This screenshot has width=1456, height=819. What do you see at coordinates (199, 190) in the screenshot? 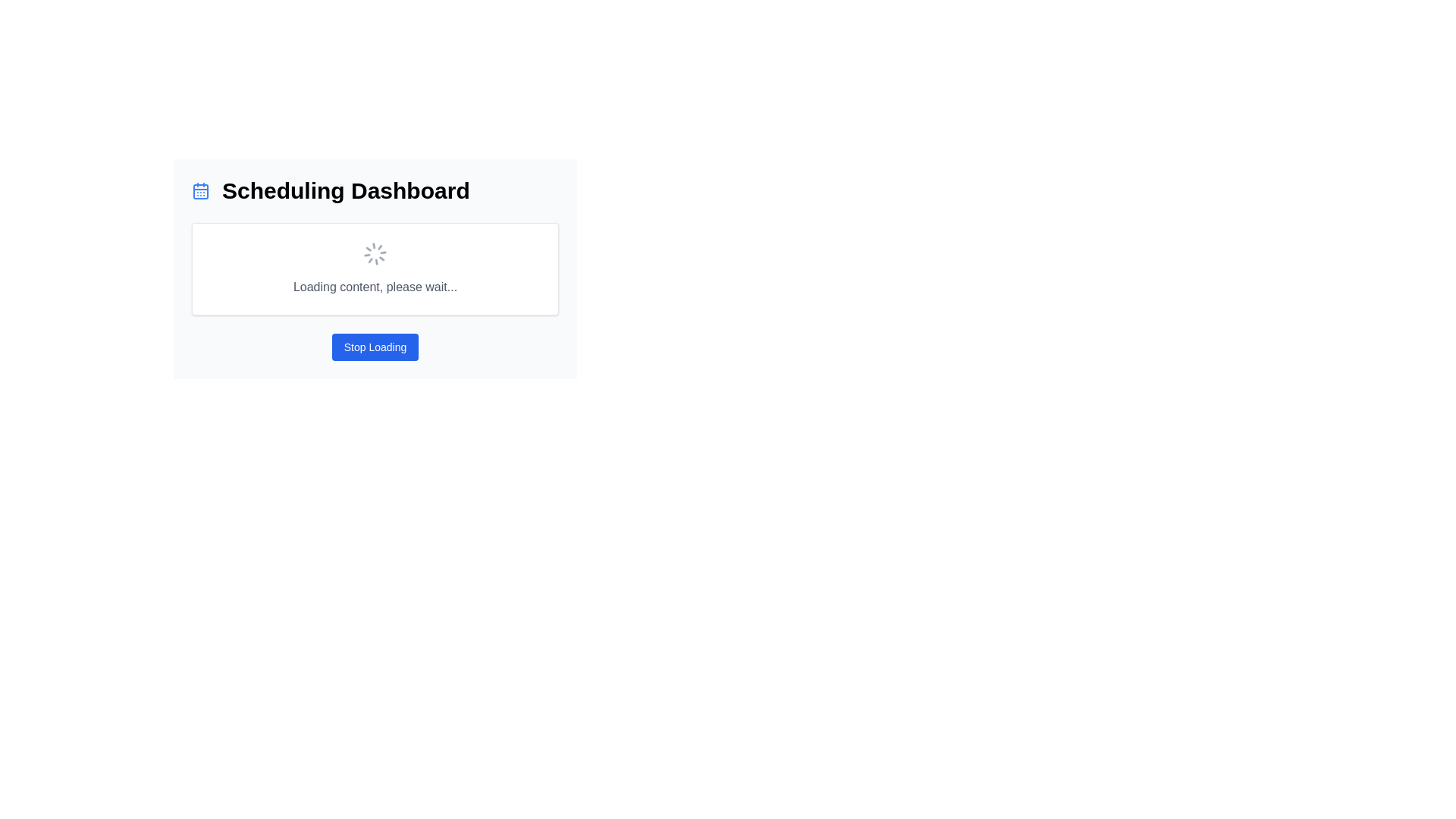
I see `the blue calendar icon located at the top left of the interface, adjacent to the 'Scheduling Dashboard' text` at bounding box center [199, 190].